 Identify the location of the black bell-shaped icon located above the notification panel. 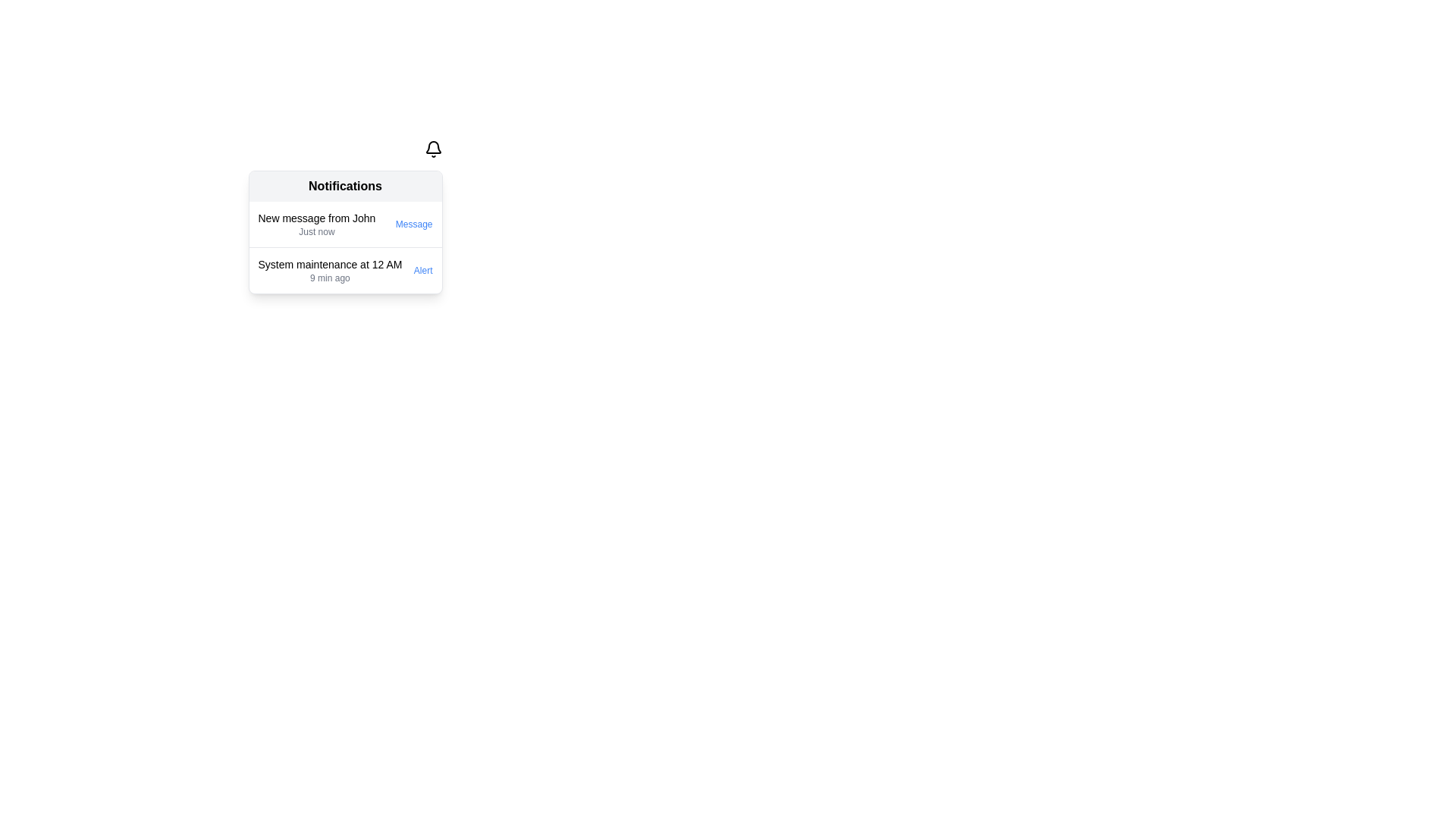
(432, 149).